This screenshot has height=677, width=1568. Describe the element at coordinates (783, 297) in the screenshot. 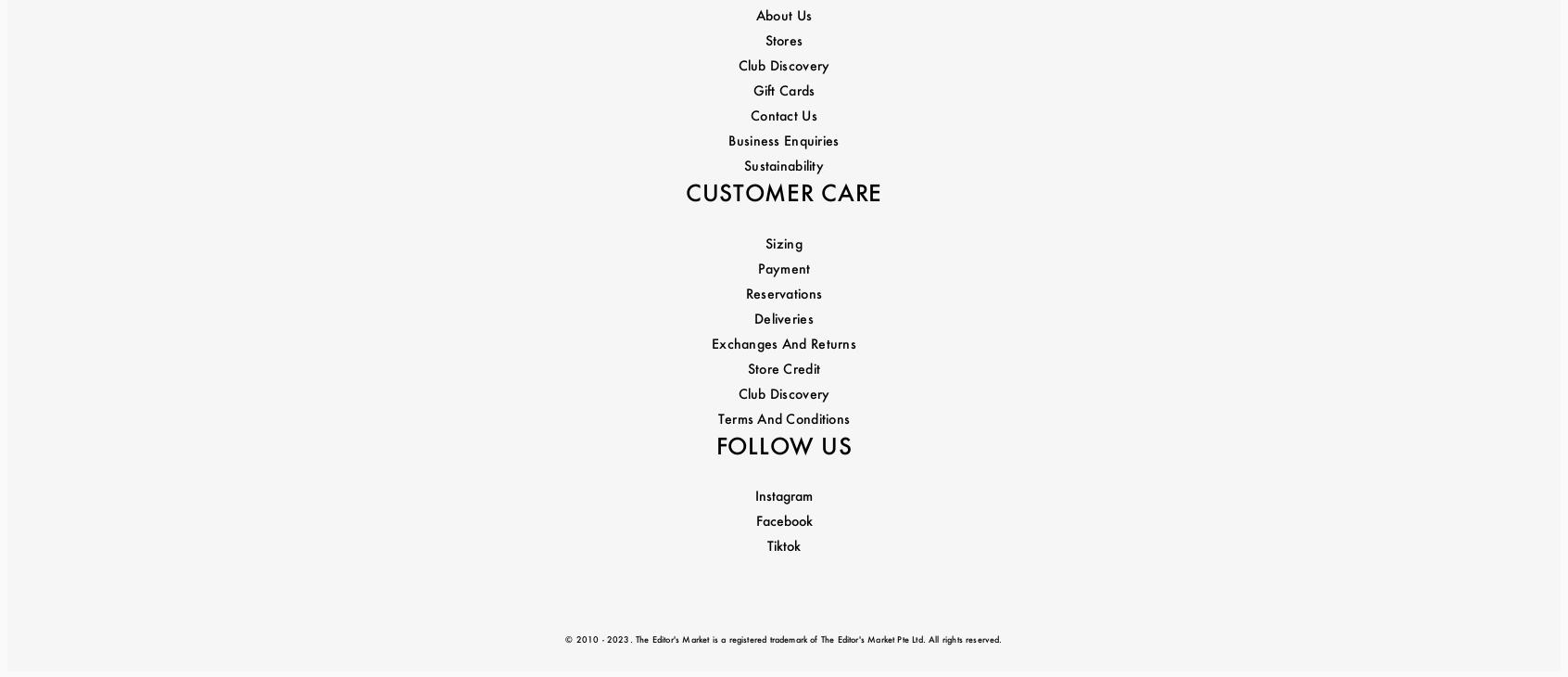

I see `'Follow Us'` at that location.